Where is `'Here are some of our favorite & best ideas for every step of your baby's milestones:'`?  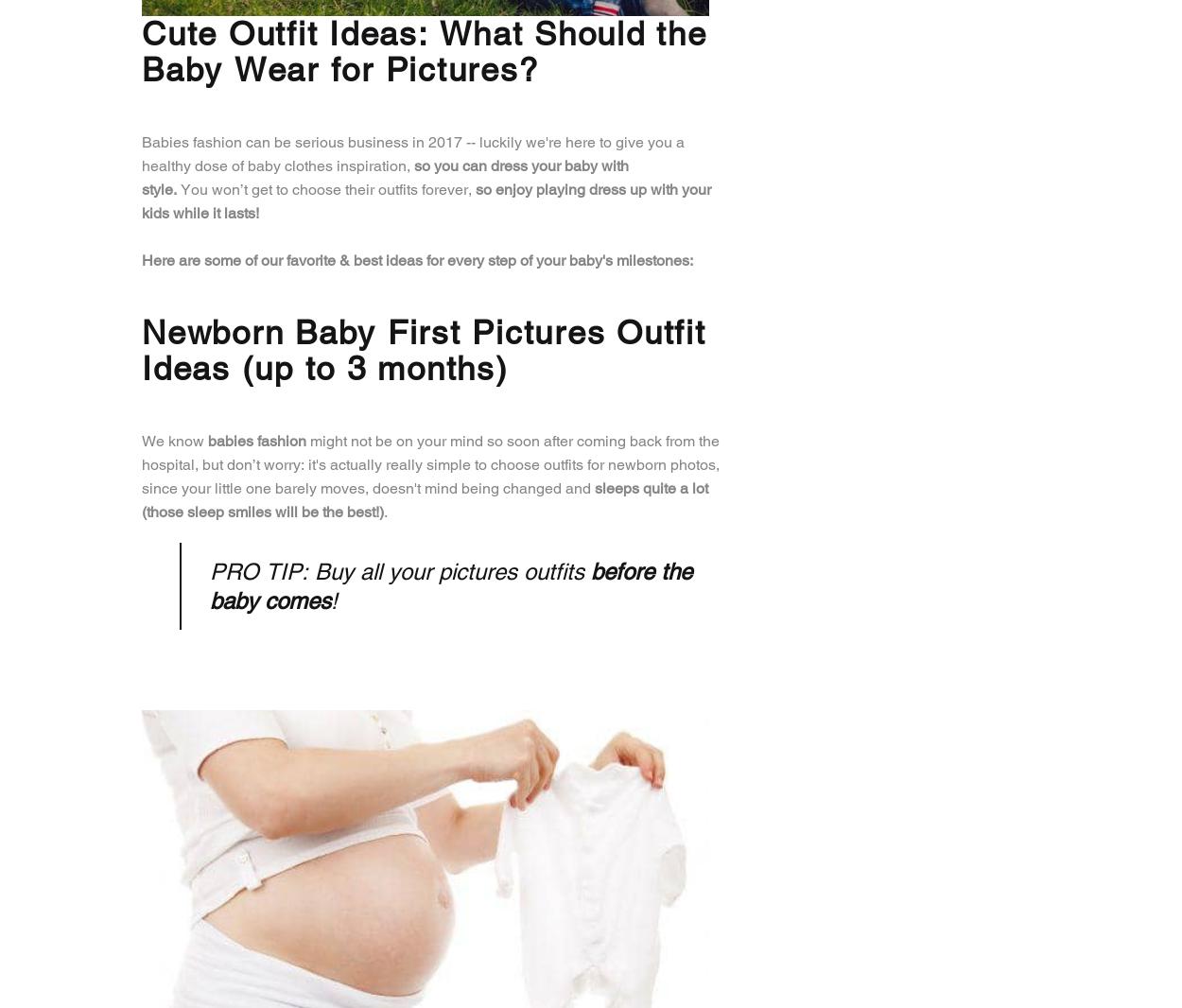 'Here are some of our favorite & best ideas for every step of your baby's milestones:' is located at coordinates (416, 259).